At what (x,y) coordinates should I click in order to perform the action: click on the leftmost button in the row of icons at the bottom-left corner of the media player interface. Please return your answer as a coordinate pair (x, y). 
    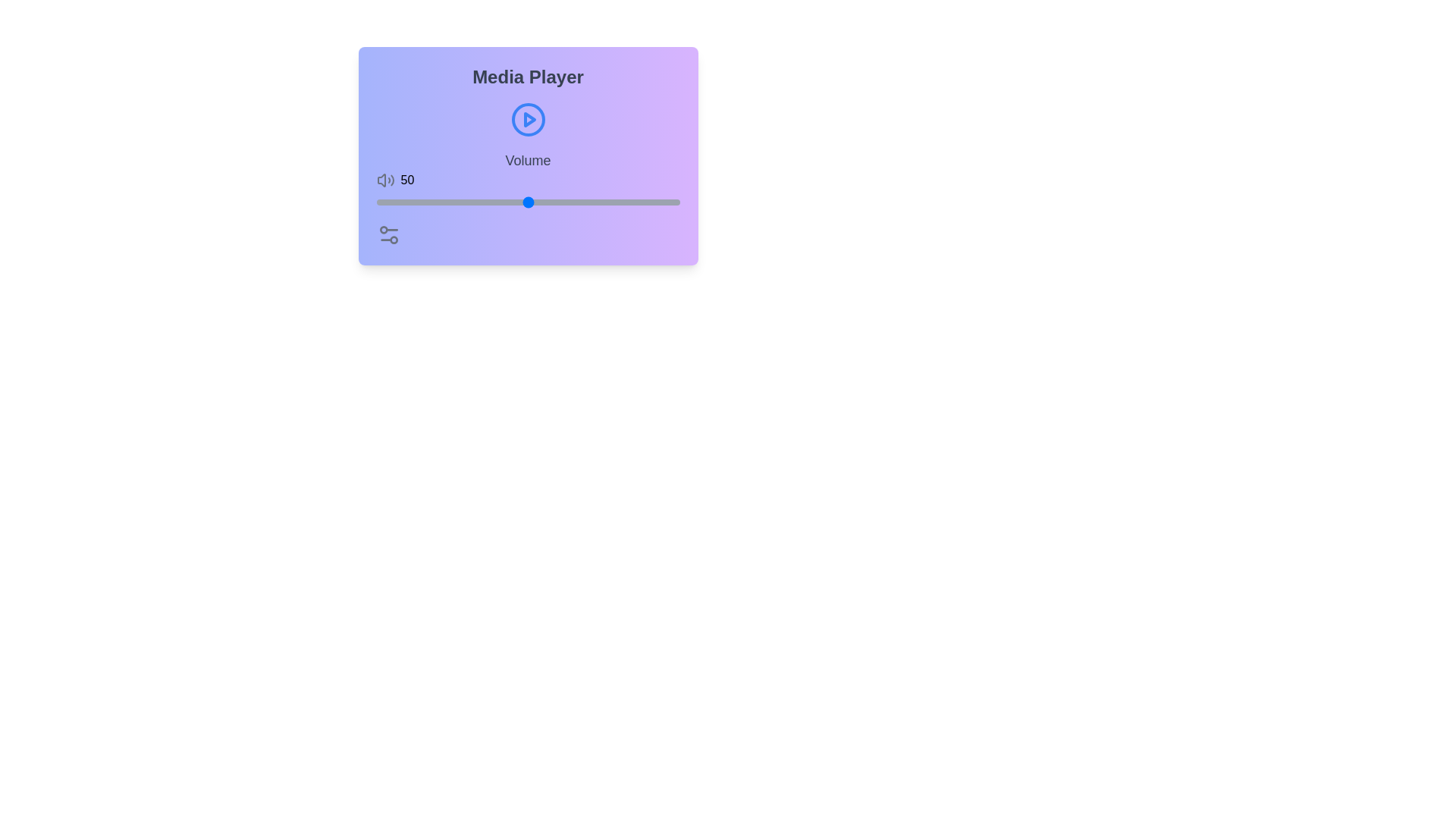
    Looking at the image, I should click on (388, 234).